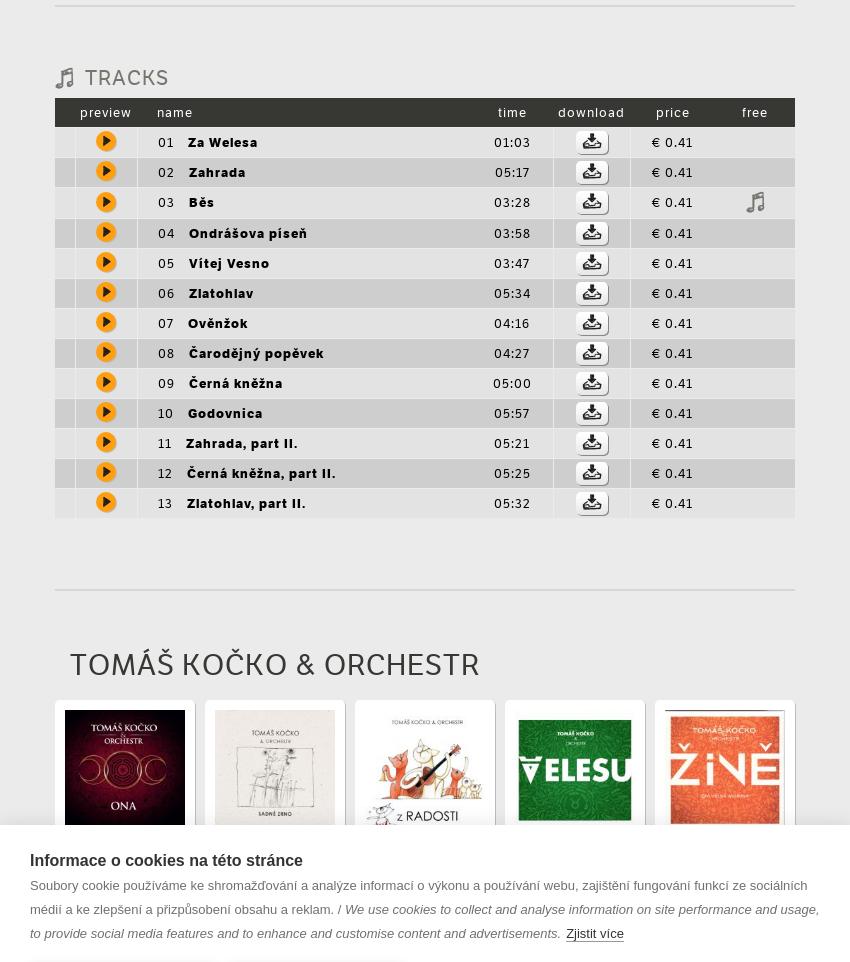 The width and height of the screenshot is (850, 962). Describe the element at coordinates (166, 472) in the screenshot. I see `'12'` at that location.